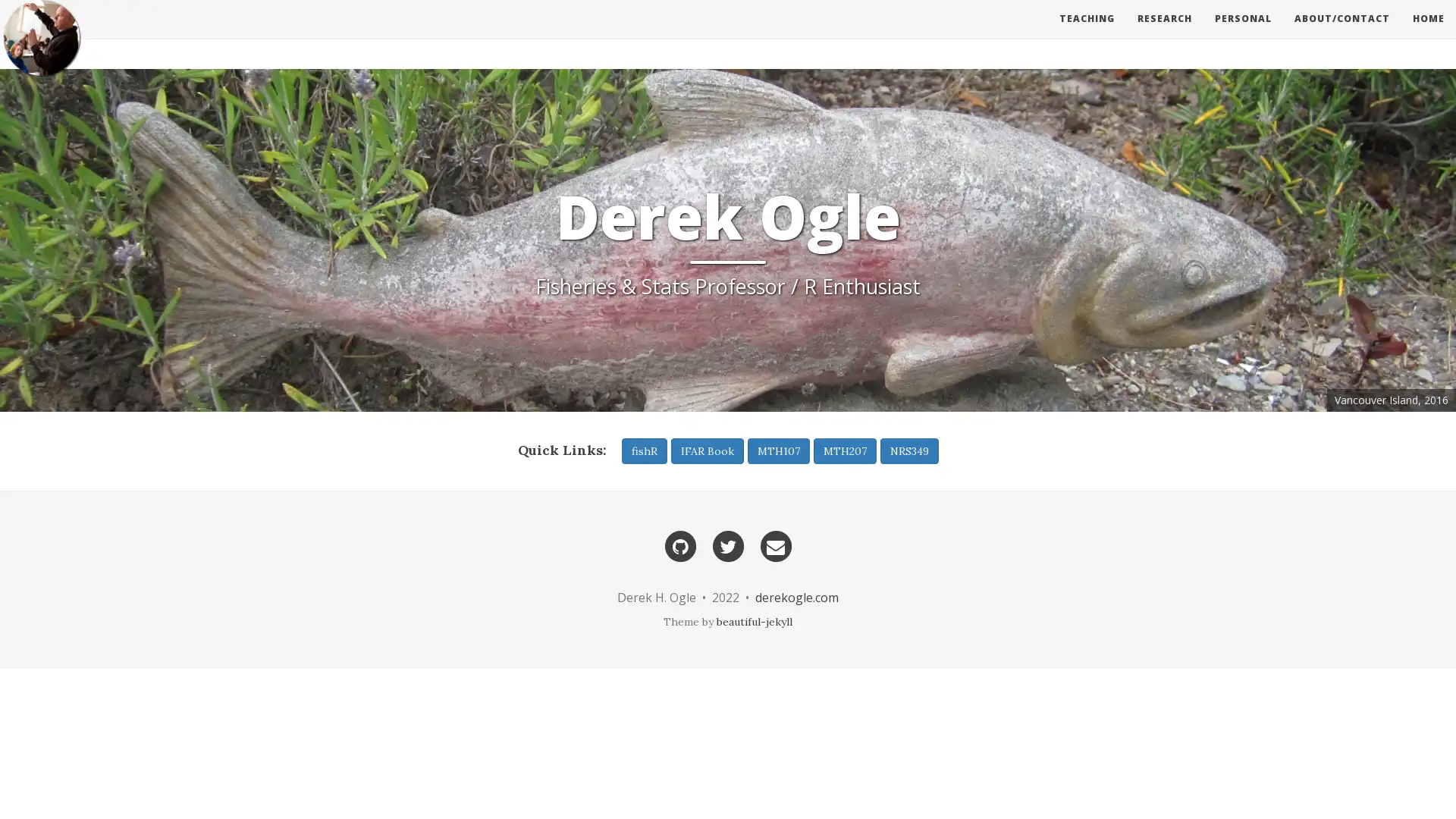 This screenshot has height=819, width=1456. I want to click on IFAR Book, so click(705, 450).